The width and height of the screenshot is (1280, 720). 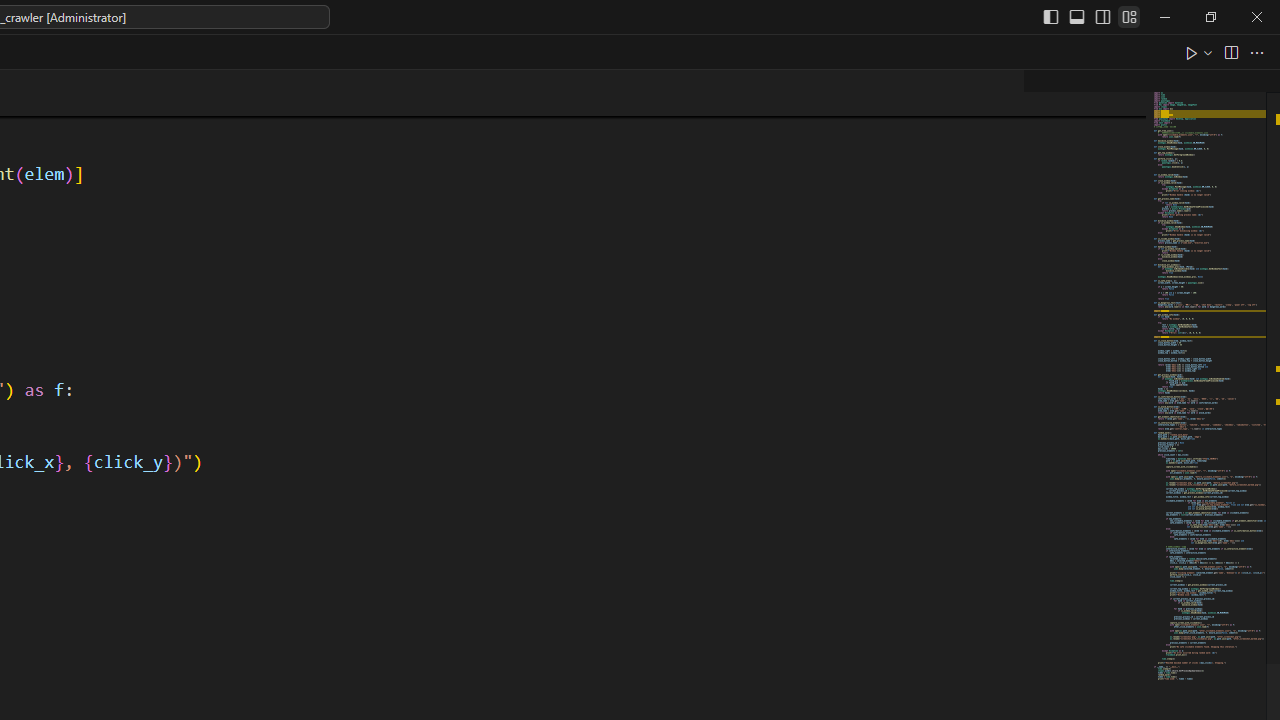 What do you see at coordinates (1101, 16) in the screenshot?
I see `'Toggle Secondary Side Bar (Ctrl+Alt+B)'` at bounding box center [1101, 16].